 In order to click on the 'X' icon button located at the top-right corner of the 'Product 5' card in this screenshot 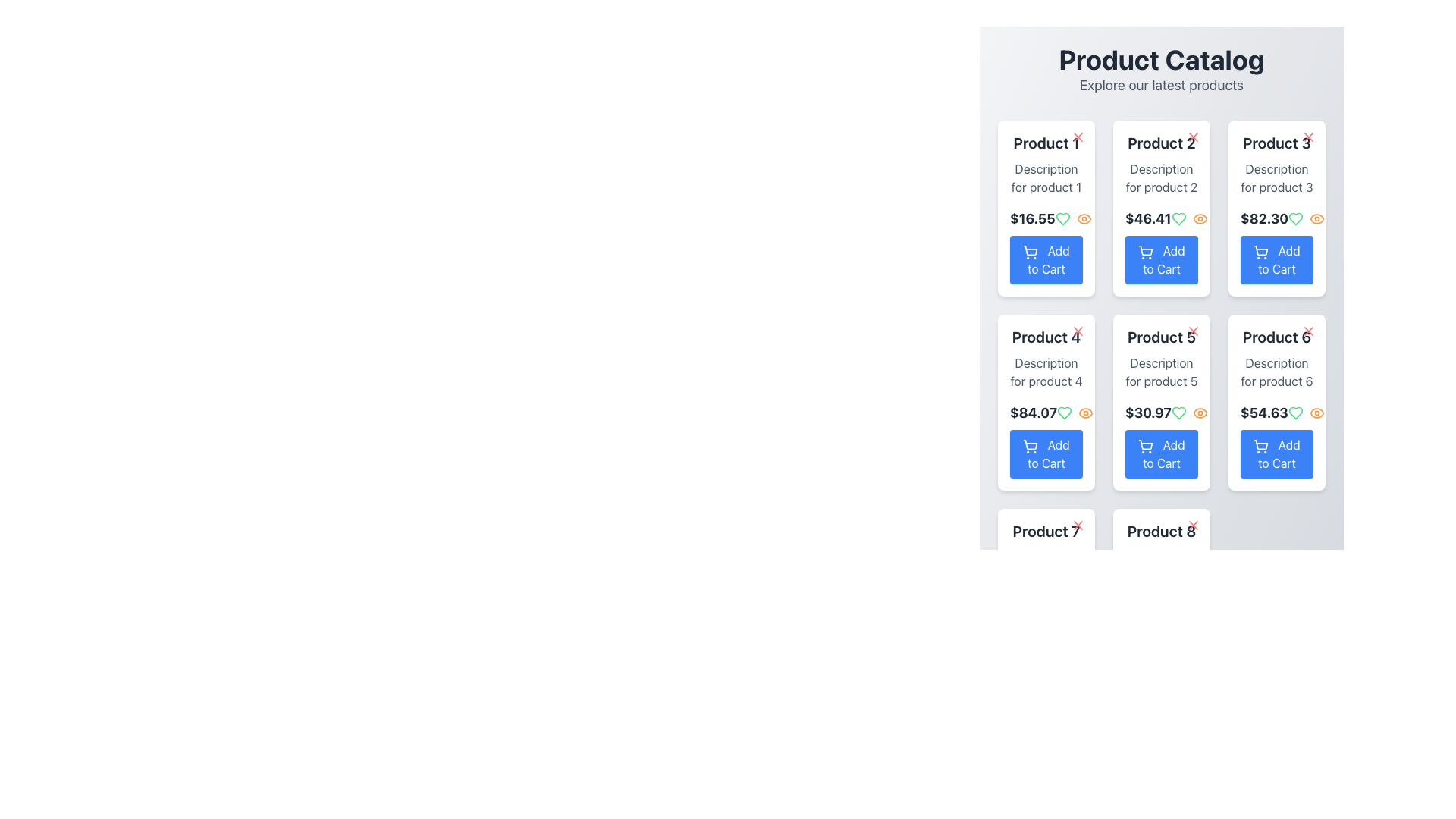, I will do `click(1193, 330)`.